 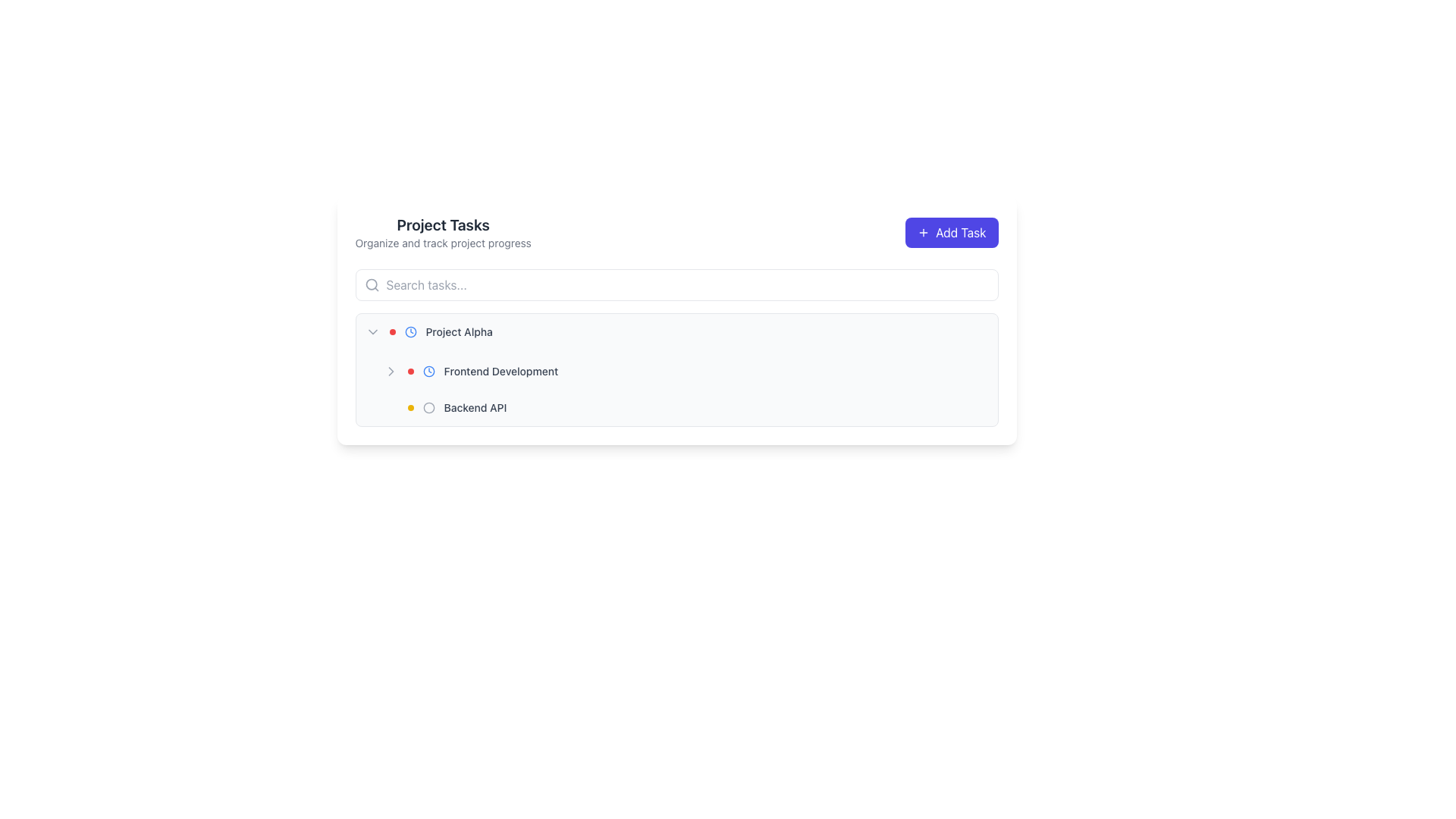 What do you see at coordinates (410, 331) in the screenshot?
I see `the SVG circle element that forms the outer portion of the clock icon` at bounding box center [410, 331].